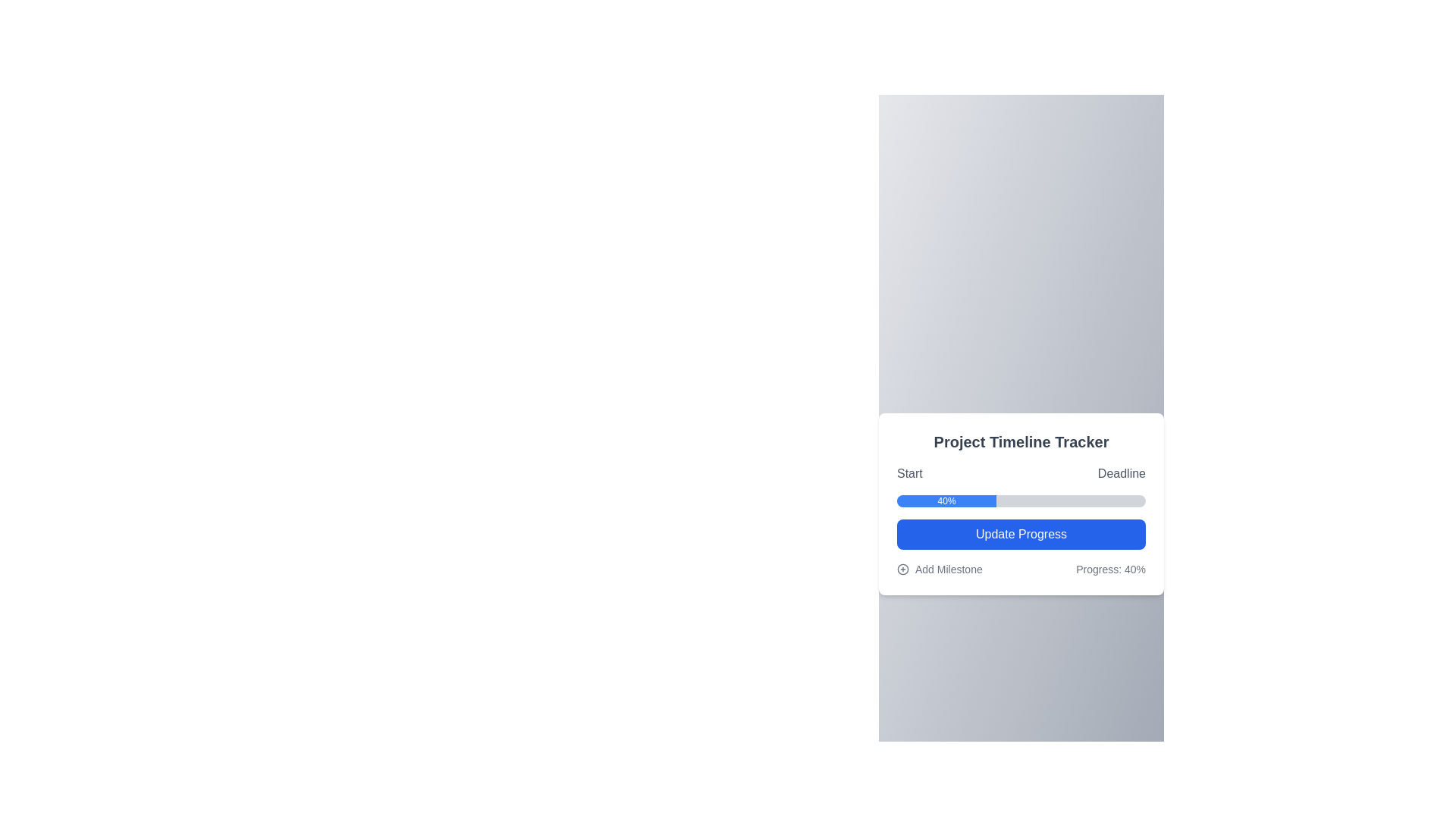 This screenshot has height=819, width=1456. What do you see at coordinates (909, 472) in the screenshot?
I see `text label displaying 'Start' which is positioned at the top left of a horizontal layout containing another label 'Deadline'` at bounding box center [909, 472].